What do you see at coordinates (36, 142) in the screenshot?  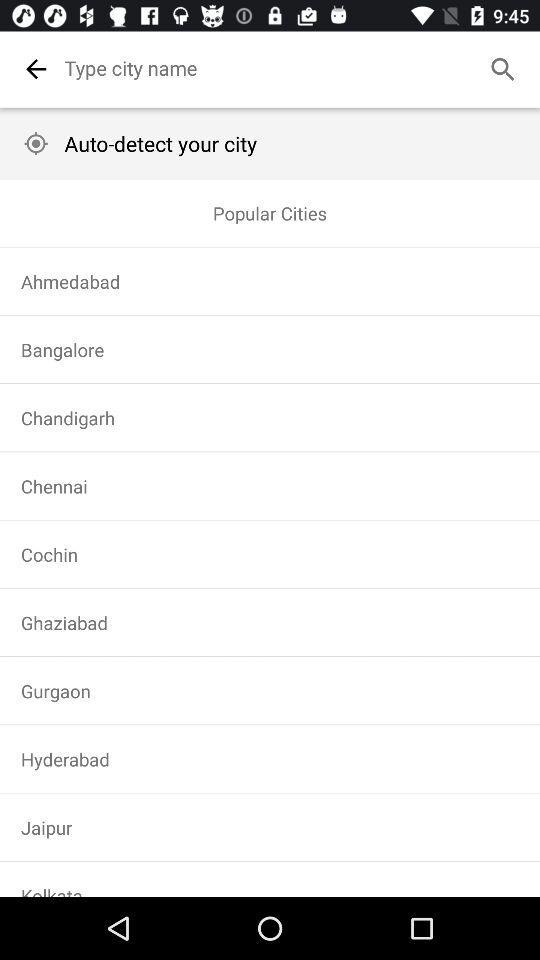 I see `automatic gps localization` at bounding box center [36, 142].